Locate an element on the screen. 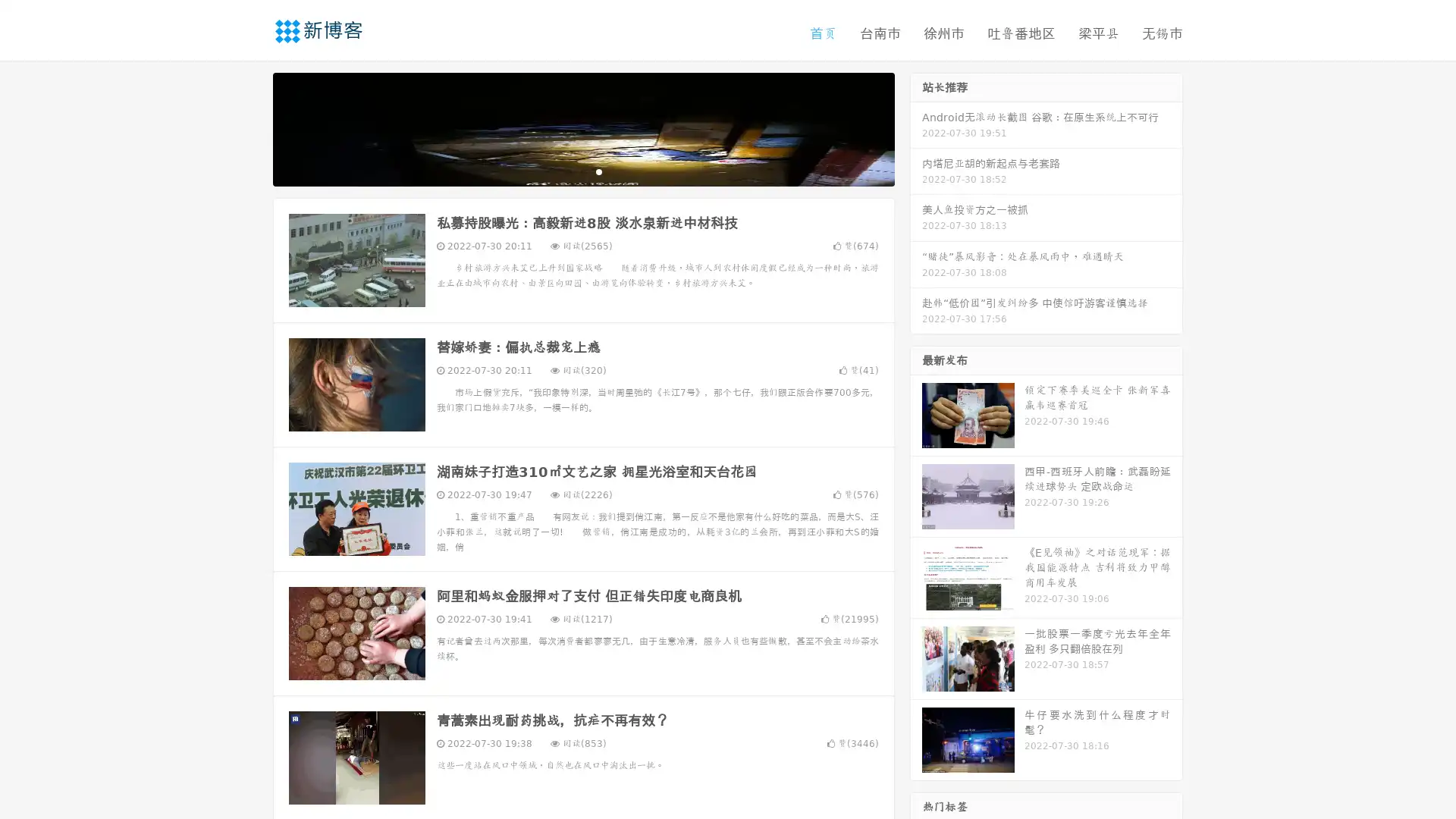  Go to slide 3 is located at coordinates (598, 171).